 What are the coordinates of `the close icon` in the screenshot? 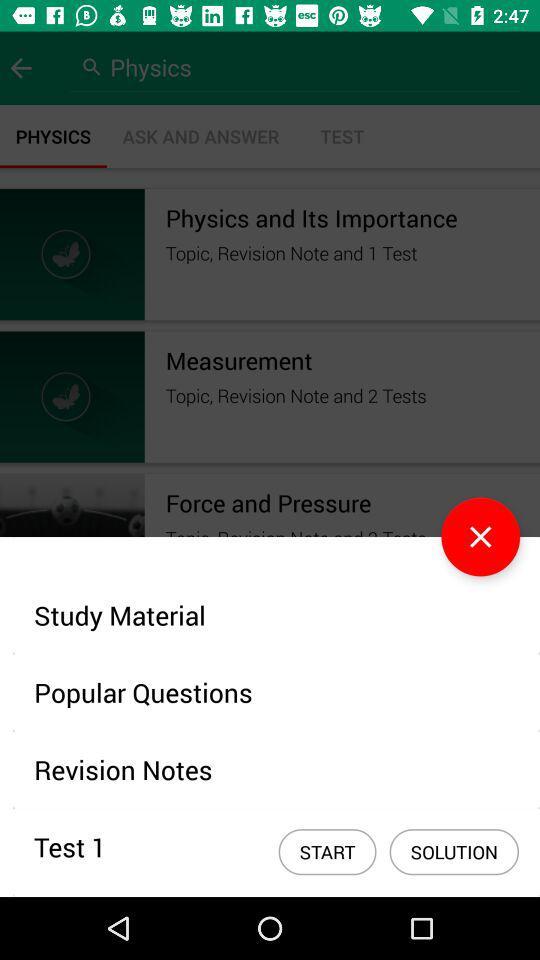 It's located at (479, 536).